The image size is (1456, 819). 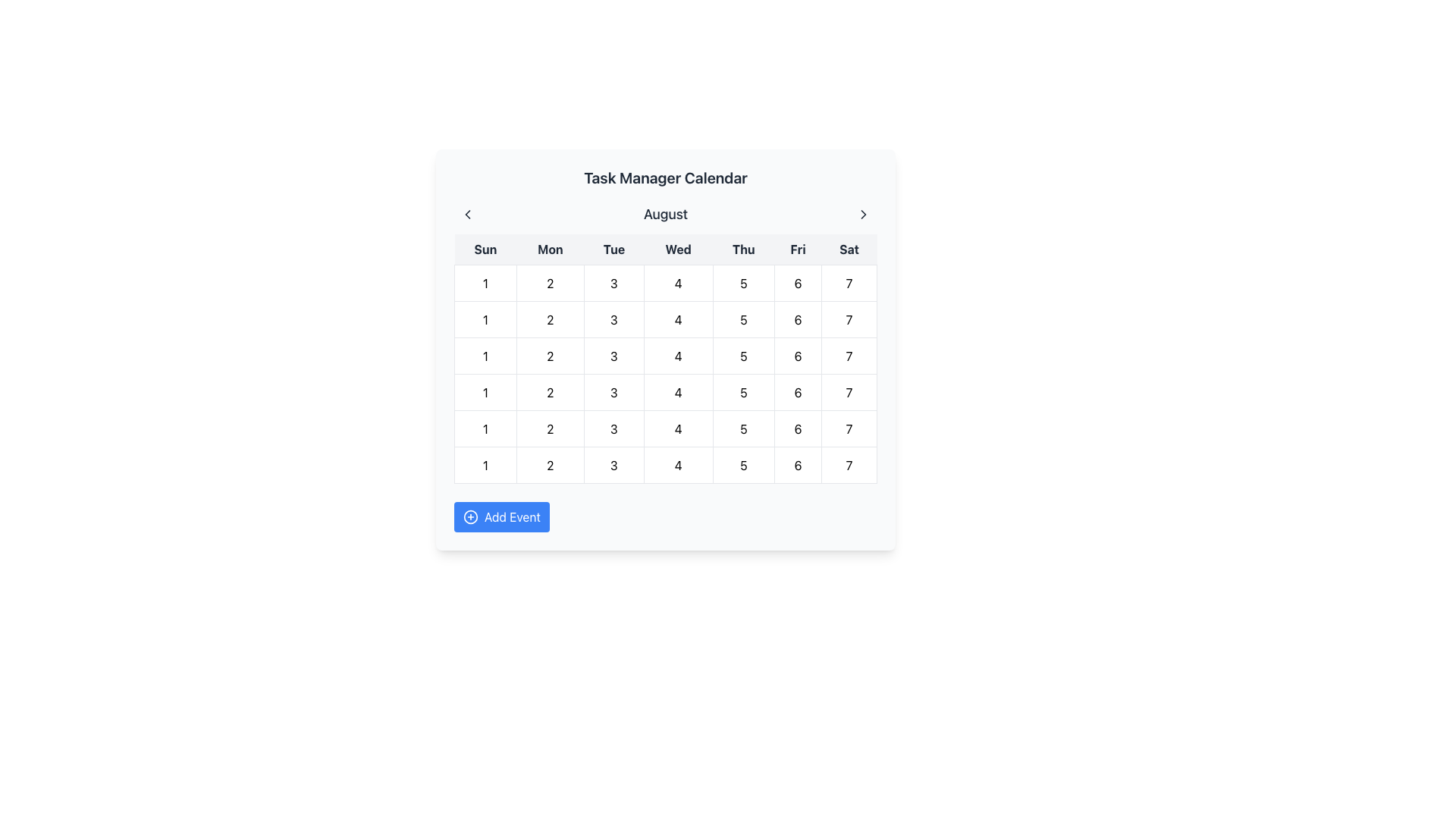 What do you see at coordinates (549, 318) in the screenshot?
I see `the Calendar Day Cell displaying the number '2' in the first row, second column of the calendar grid` at bounding box center [549, 318].